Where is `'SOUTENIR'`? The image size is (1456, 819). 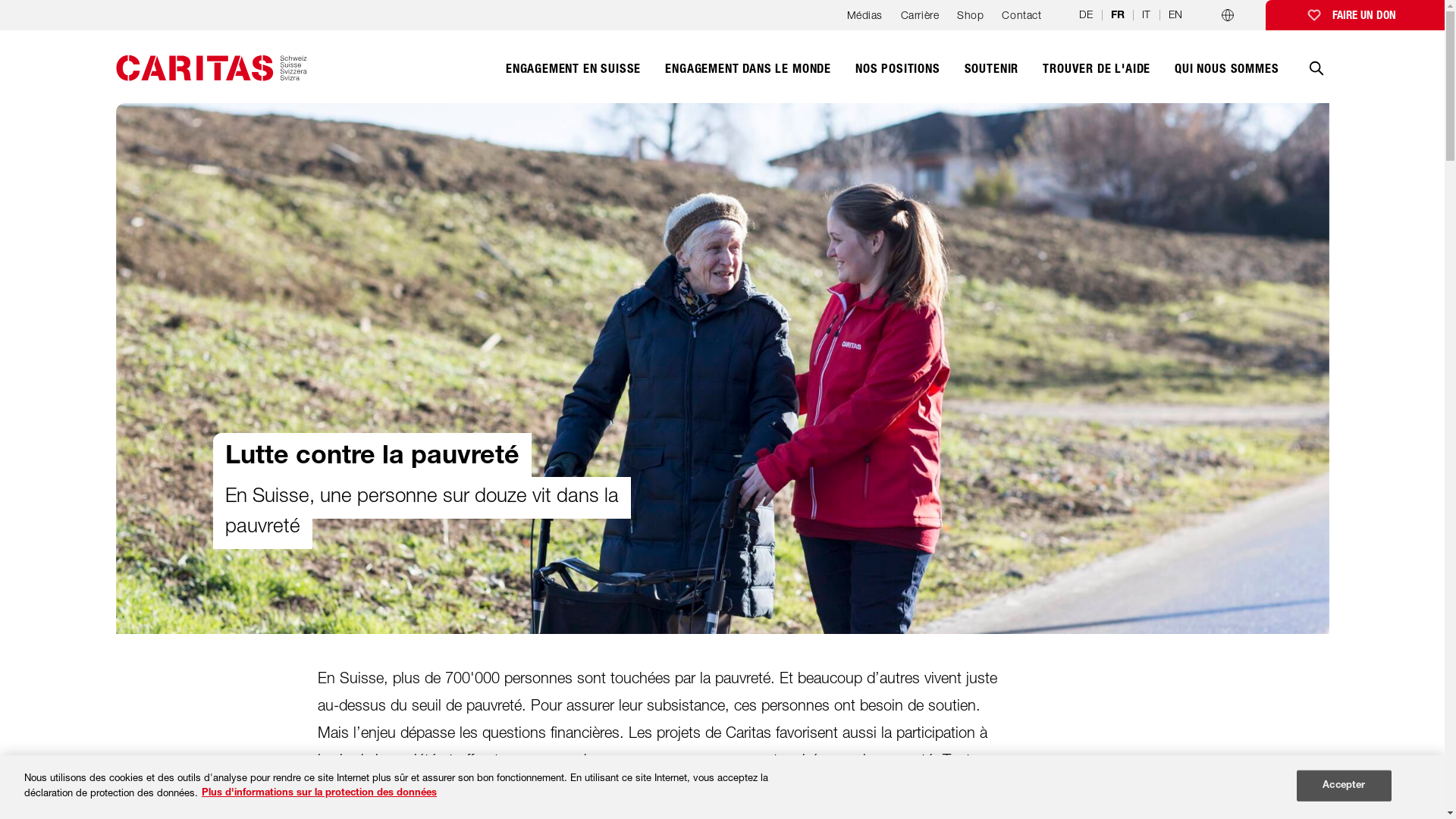 'SOUTENIR' is located at coordinates (991, 77).